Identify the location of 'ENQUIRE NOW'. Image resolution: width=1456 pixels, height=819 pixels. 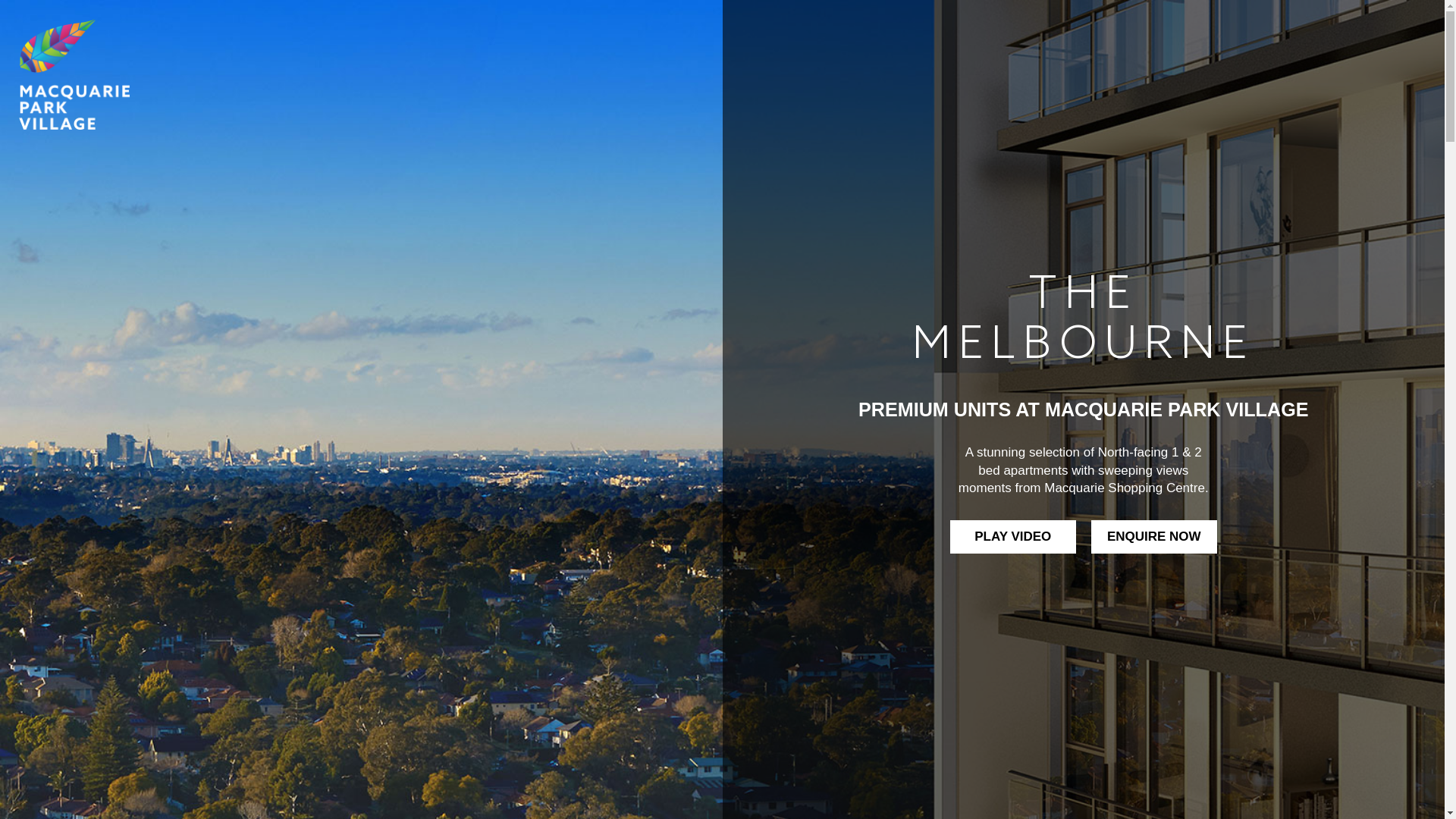
(1153, 536).